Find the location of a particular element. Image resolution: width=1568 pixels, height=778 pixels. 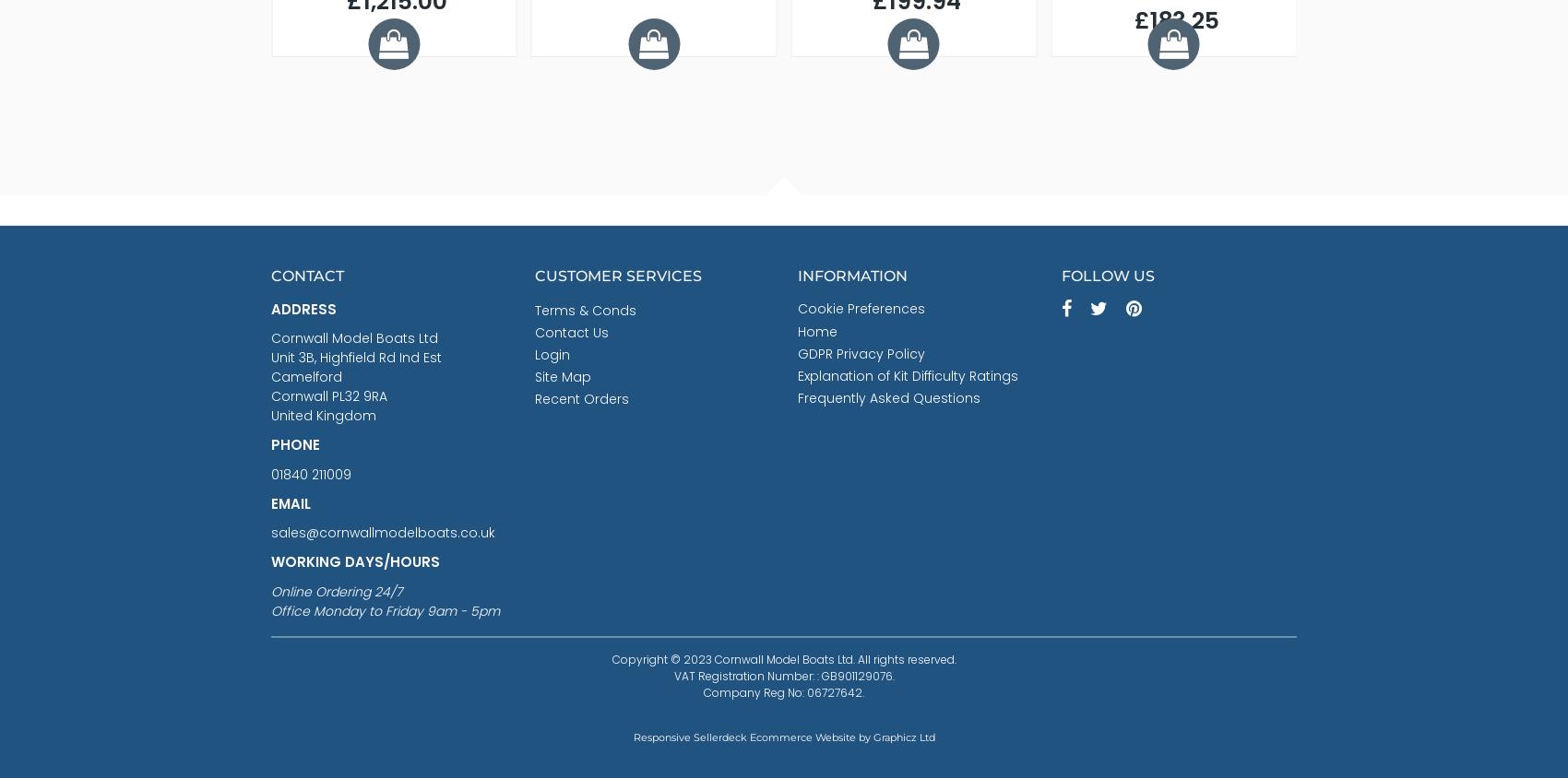

'Cookie Preferences' is located at coordinates (861, 307).